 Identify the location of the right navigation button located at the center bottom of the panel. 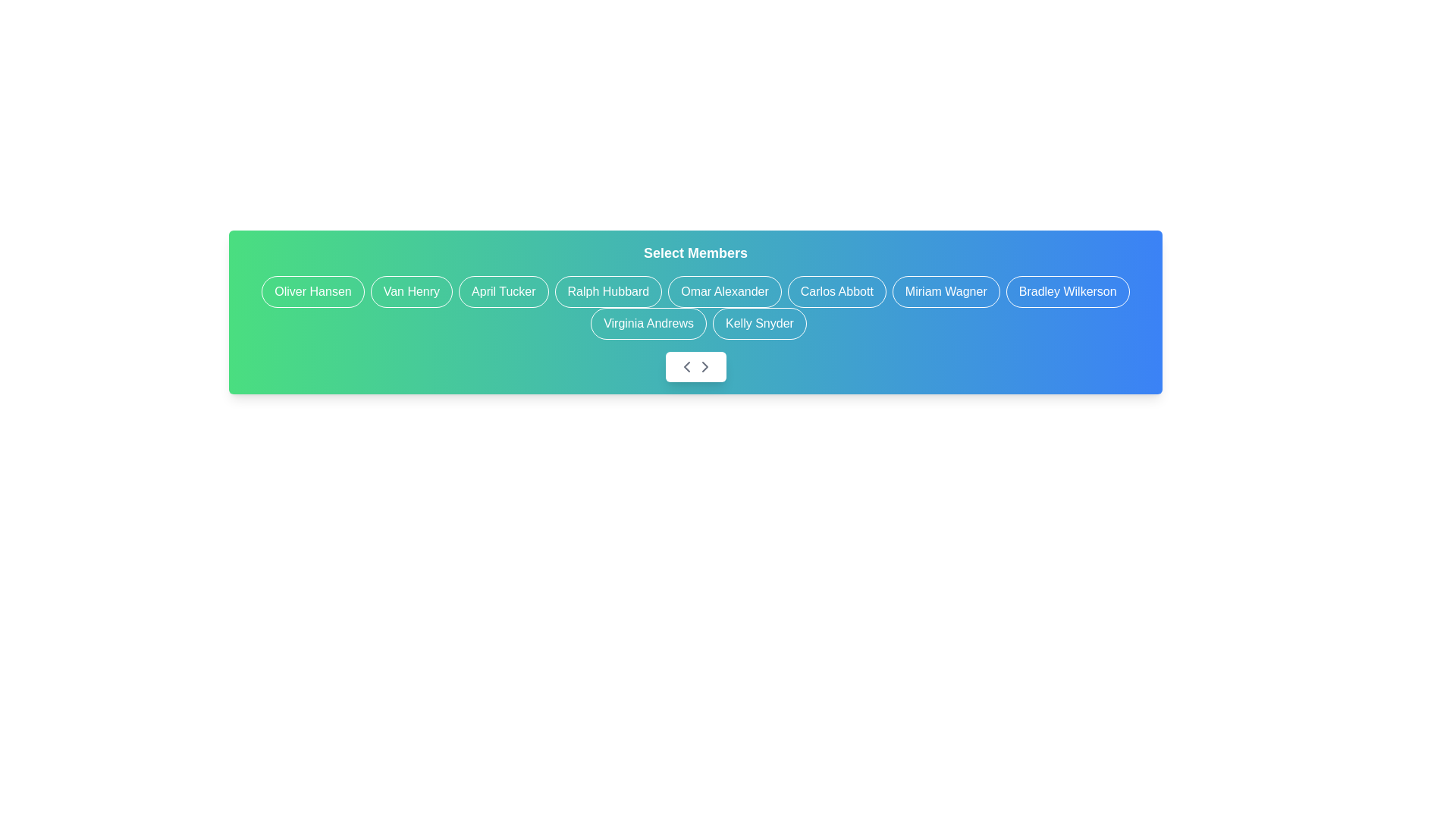
(704, 366).